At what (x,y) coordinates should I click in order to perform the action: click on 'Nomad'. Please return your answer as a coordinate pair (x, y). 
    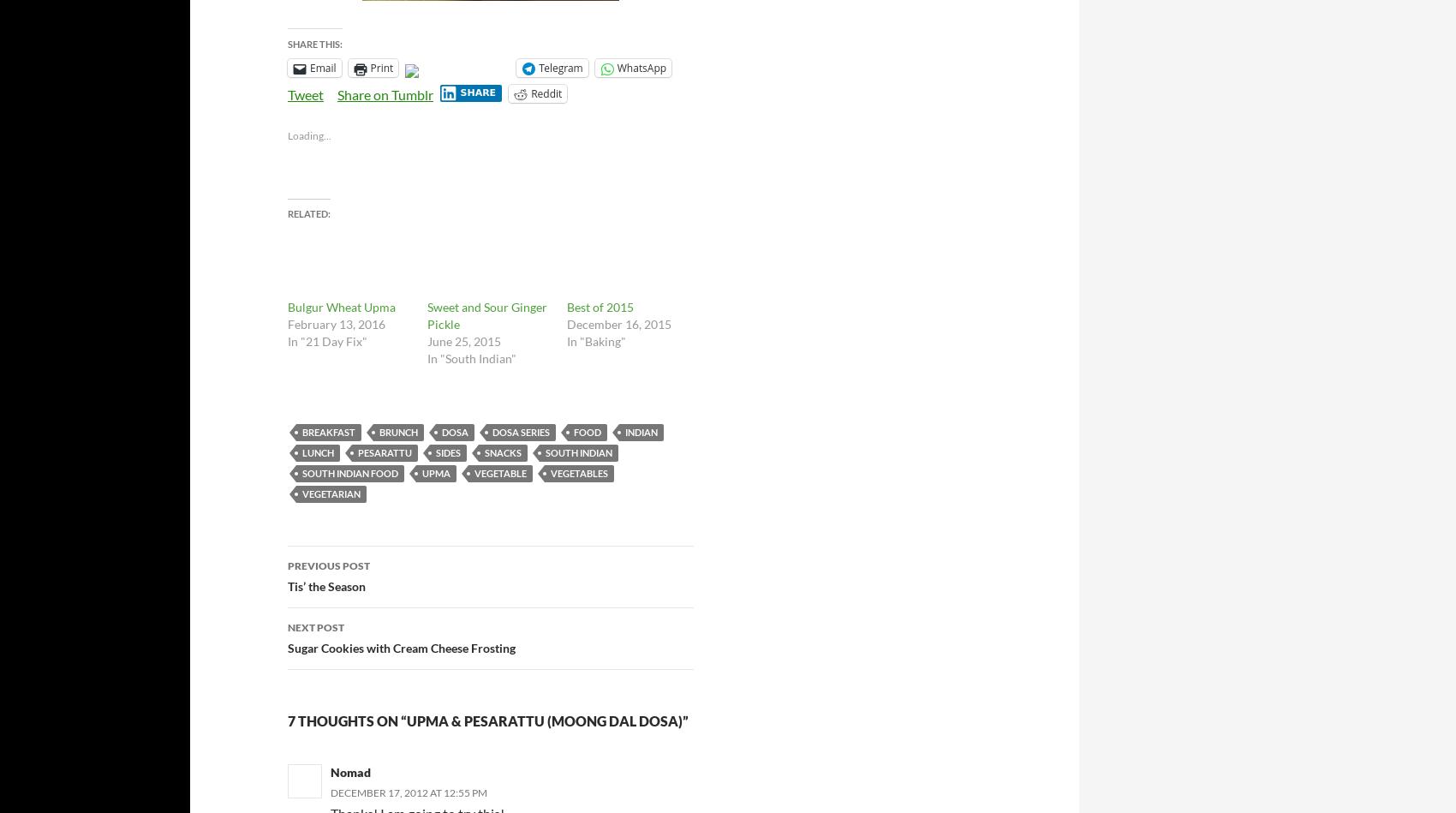
    Looking at the image, I should click on (349, 770).